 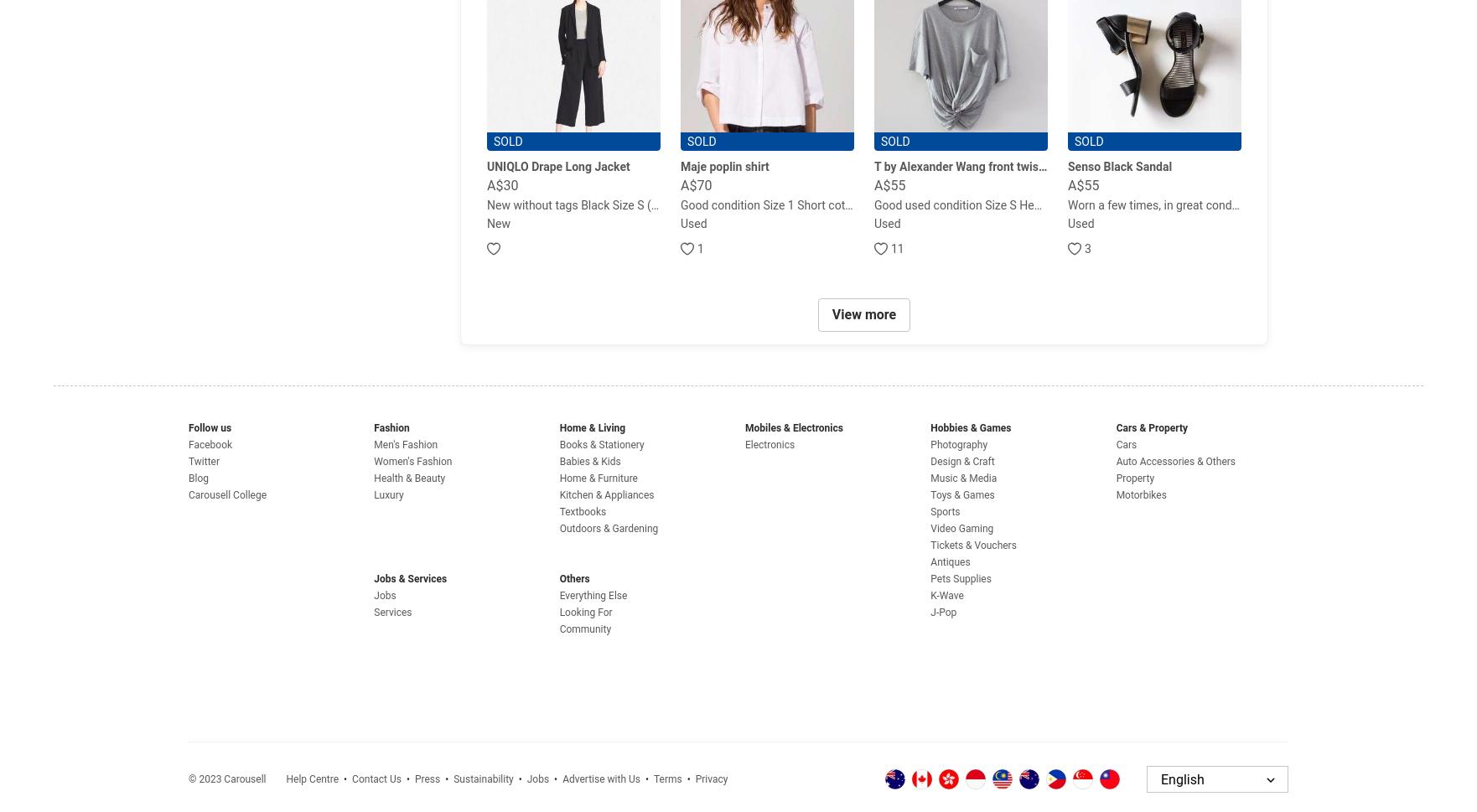 What do you see at coordinates (372, 494) in the screenshot?
I see `'Luxury'` at bounding box center [372, 494].